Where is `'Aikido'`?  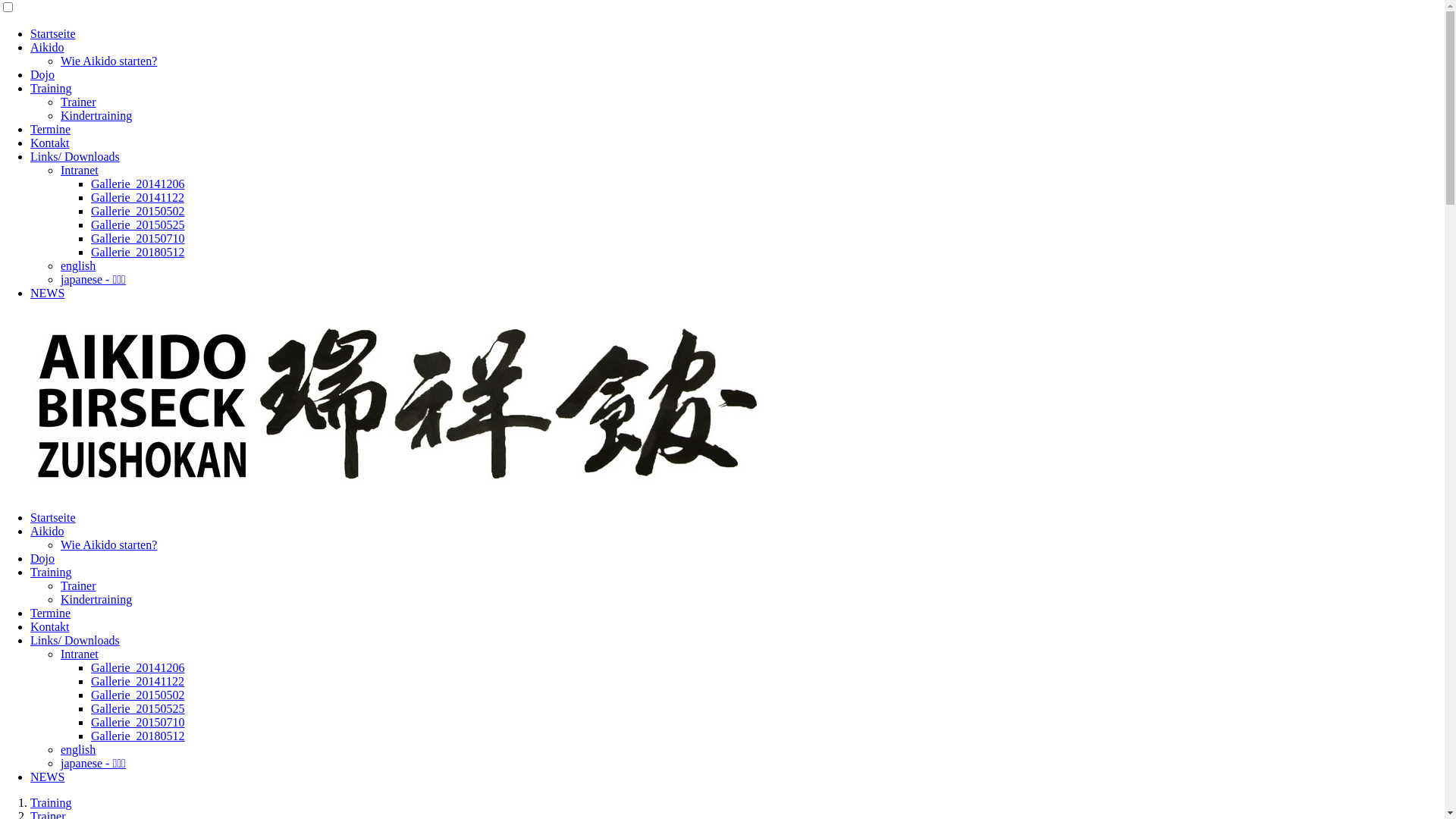 'Aikido' is located at coordinates (30, 530).